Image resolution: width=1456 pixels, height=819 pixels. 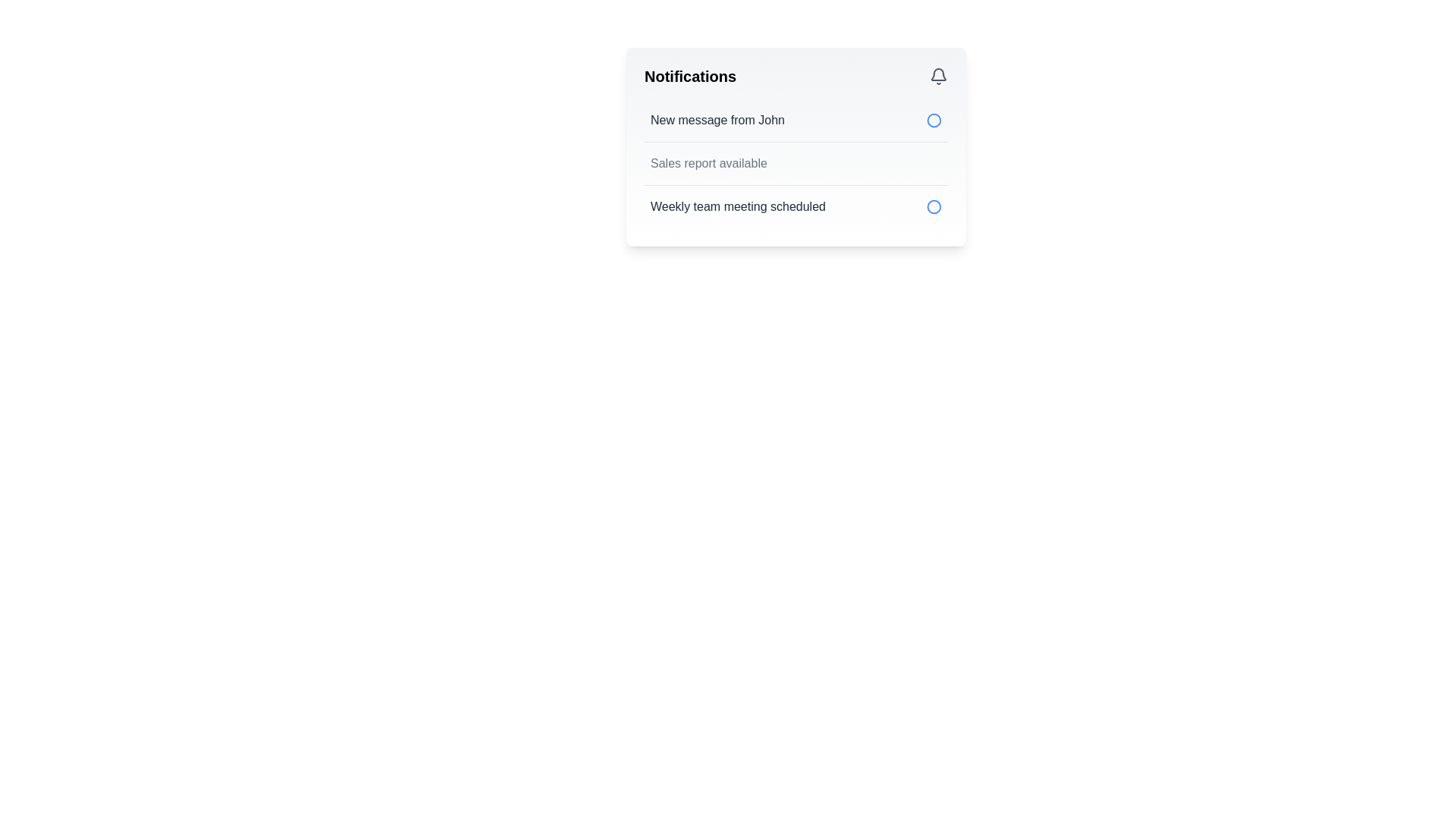 What do you see at coordinates (938, 76) in the screenshot?
I see `the minimalist gray bell icon located on the far-right of the top bar, adjacent to the 'Notifications' label` at bounding box center [938, 76].